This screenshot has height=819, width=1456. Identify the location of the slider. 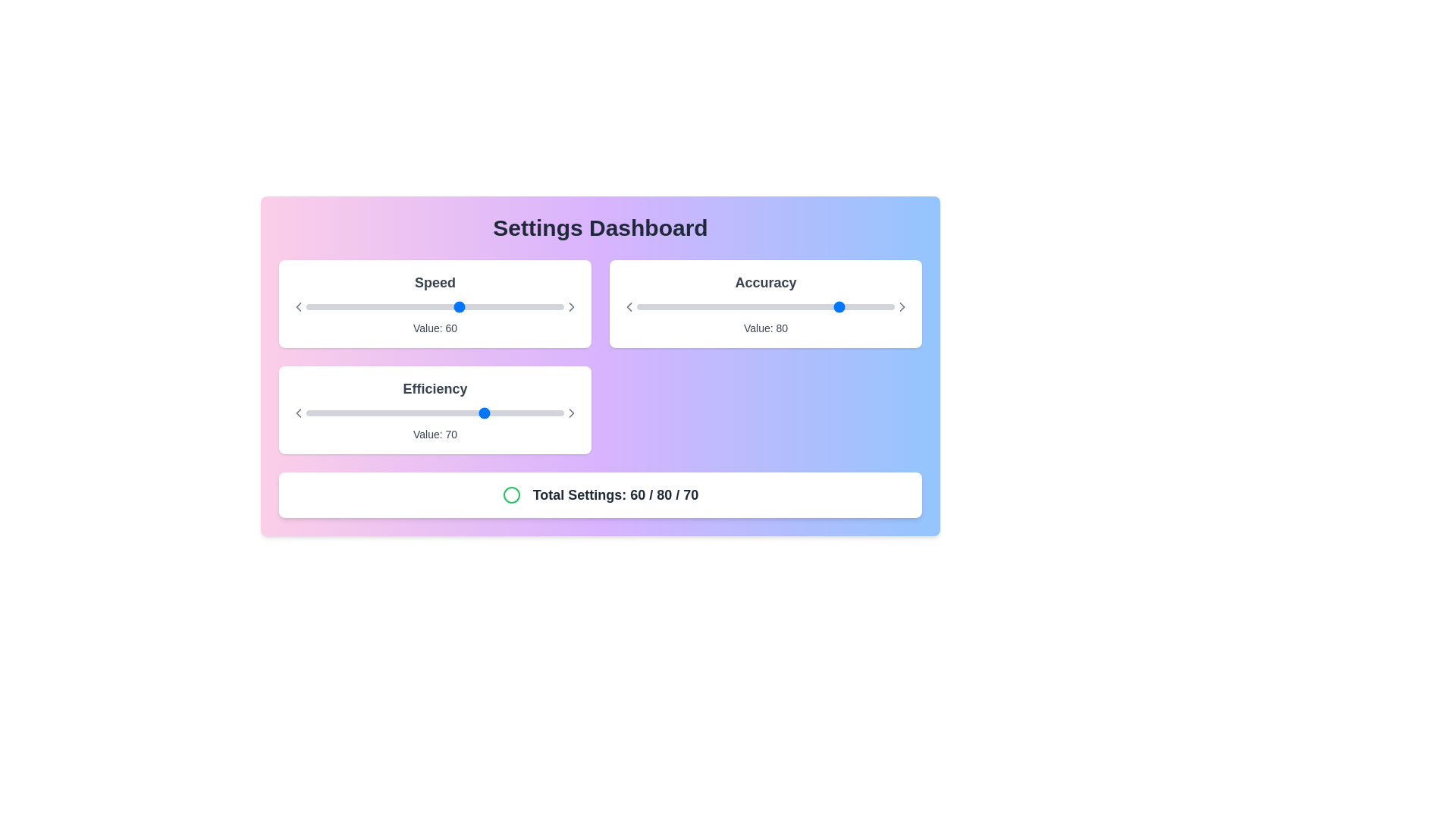
(543, 307).